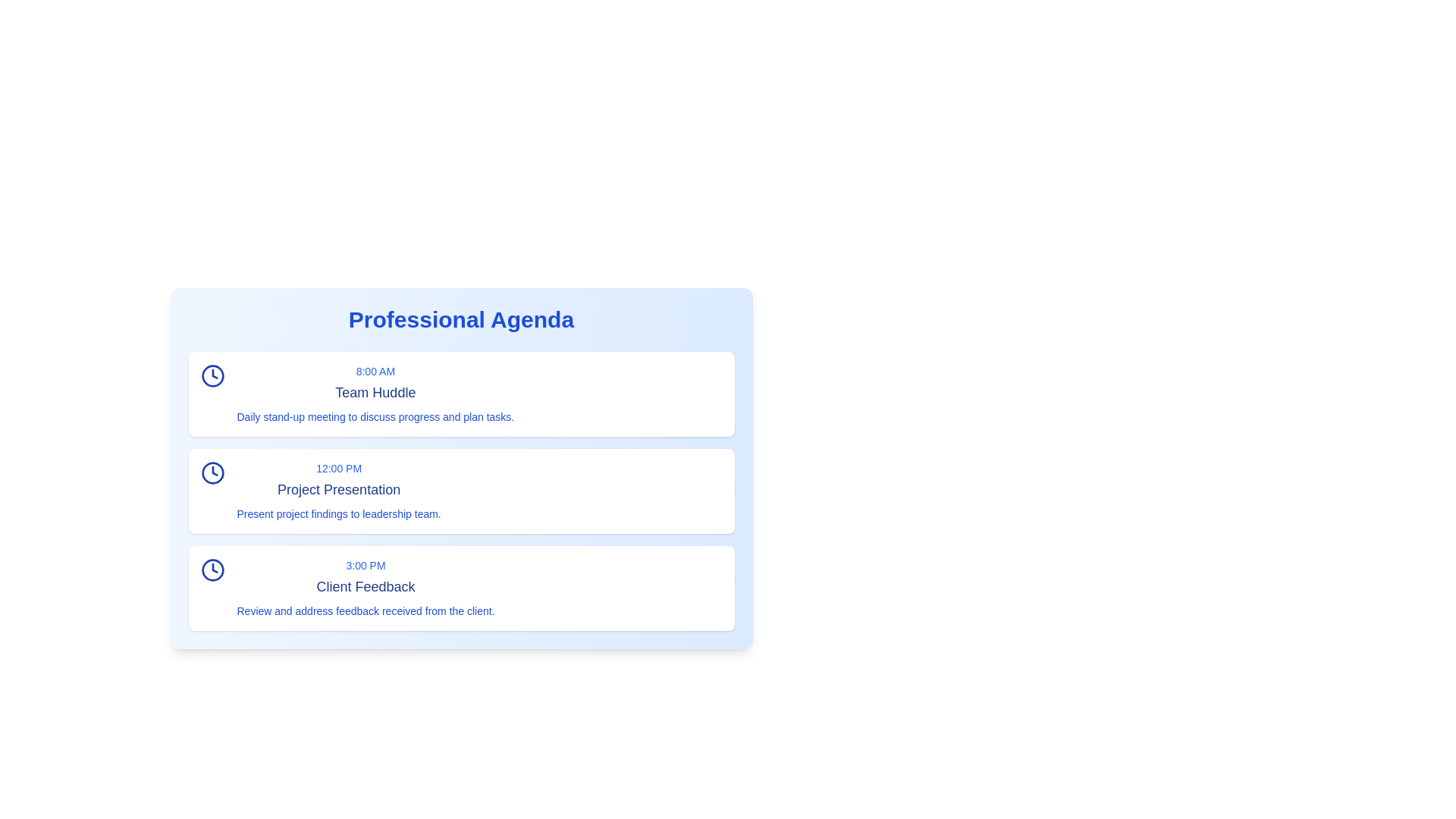 This screenshot has width=1456, height=819. What do you see at coordinates (338, 467) in the screenshot?
I see `the time label displaying '12:00 PM' in blue text, located near the top-left corner of the section titled 'Project Presentation'` at bounding box center [338, 467].